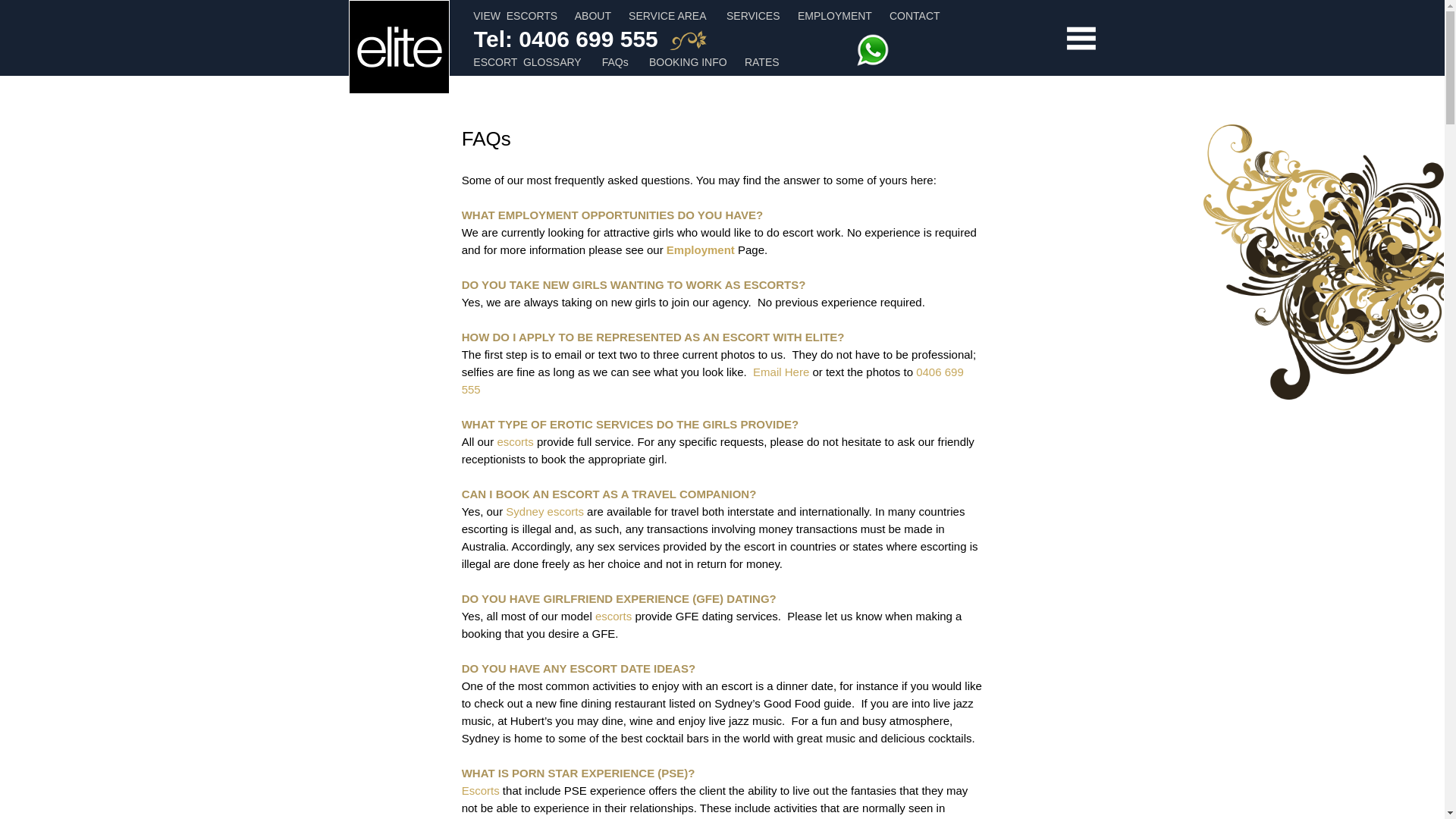 The width and height of the screenshot is (1456, 819). Describe the element at coordinates (781, 372) in the screenshot. I see `'Email Here'` at that location.